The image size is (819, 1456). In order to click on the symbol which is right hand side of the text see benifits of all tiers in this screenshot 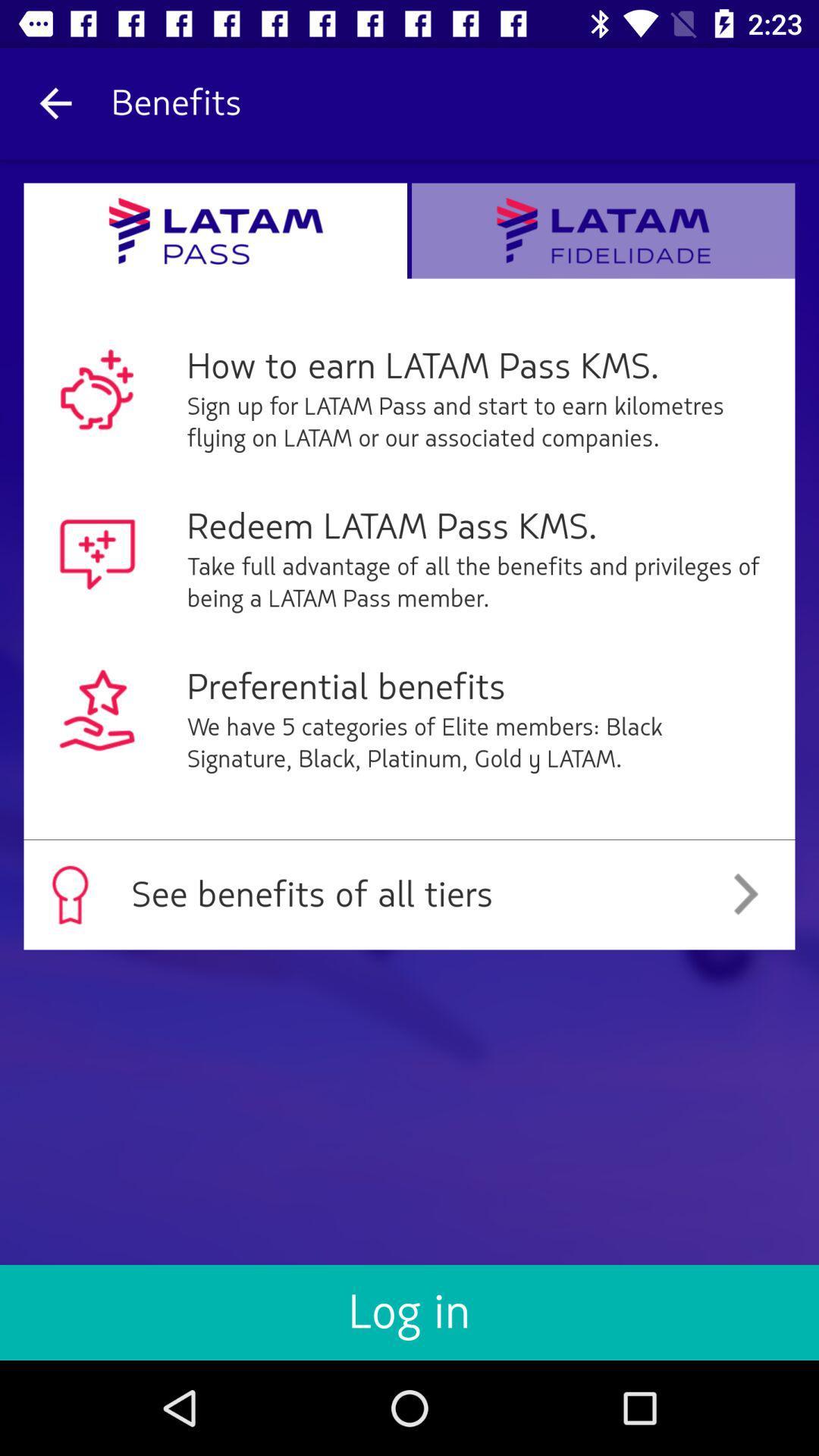, I will do `click(745, 895)`.